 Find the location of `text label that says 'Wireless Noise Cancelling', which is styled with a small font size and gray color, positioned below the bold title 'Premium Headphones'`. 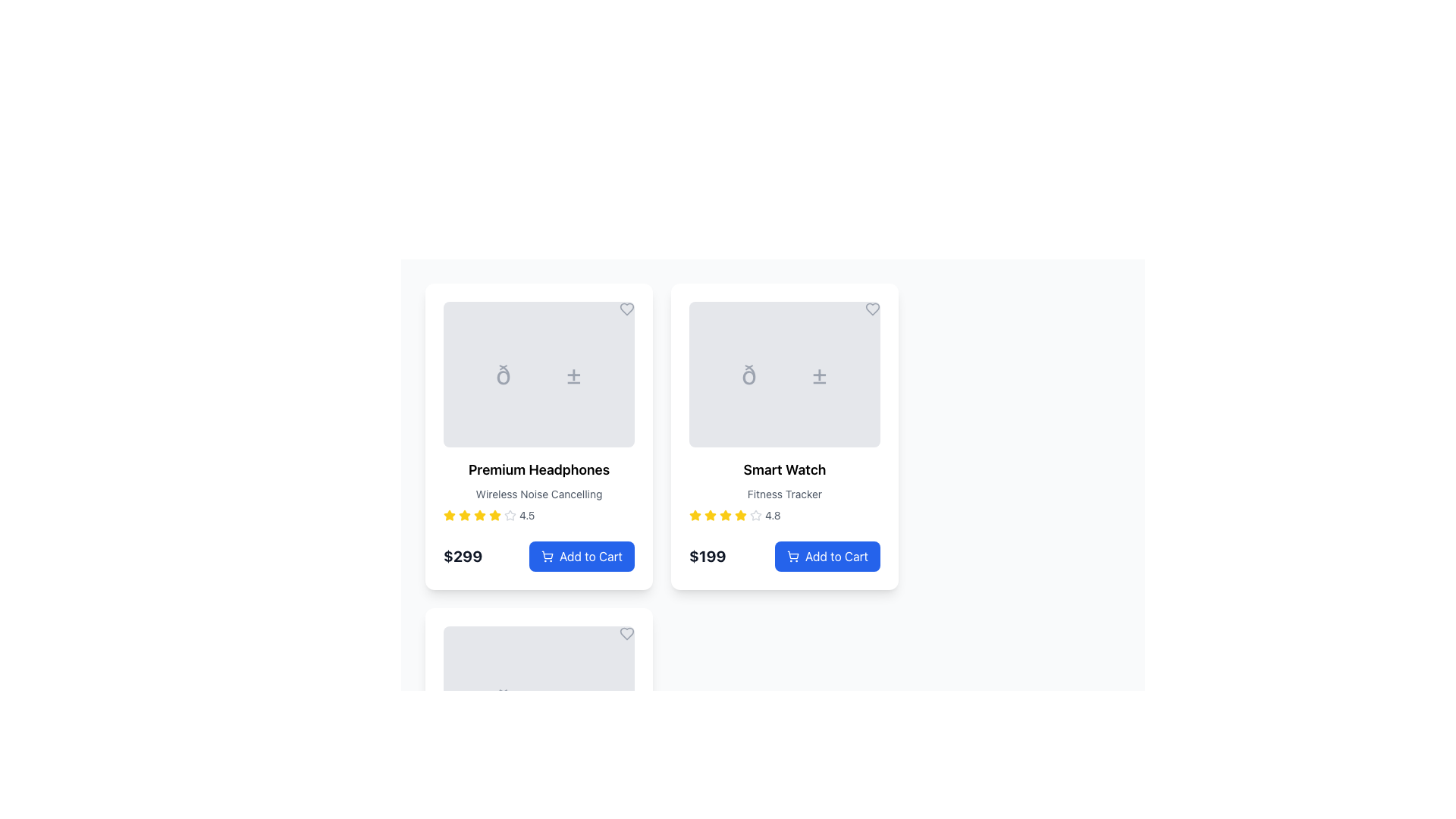

text label that says 'Wireless Noise Cancelling', which is styled with a small font size and gray color, positioned below the bold title 'Premium Headphones' is located at coordinates (538, 494).